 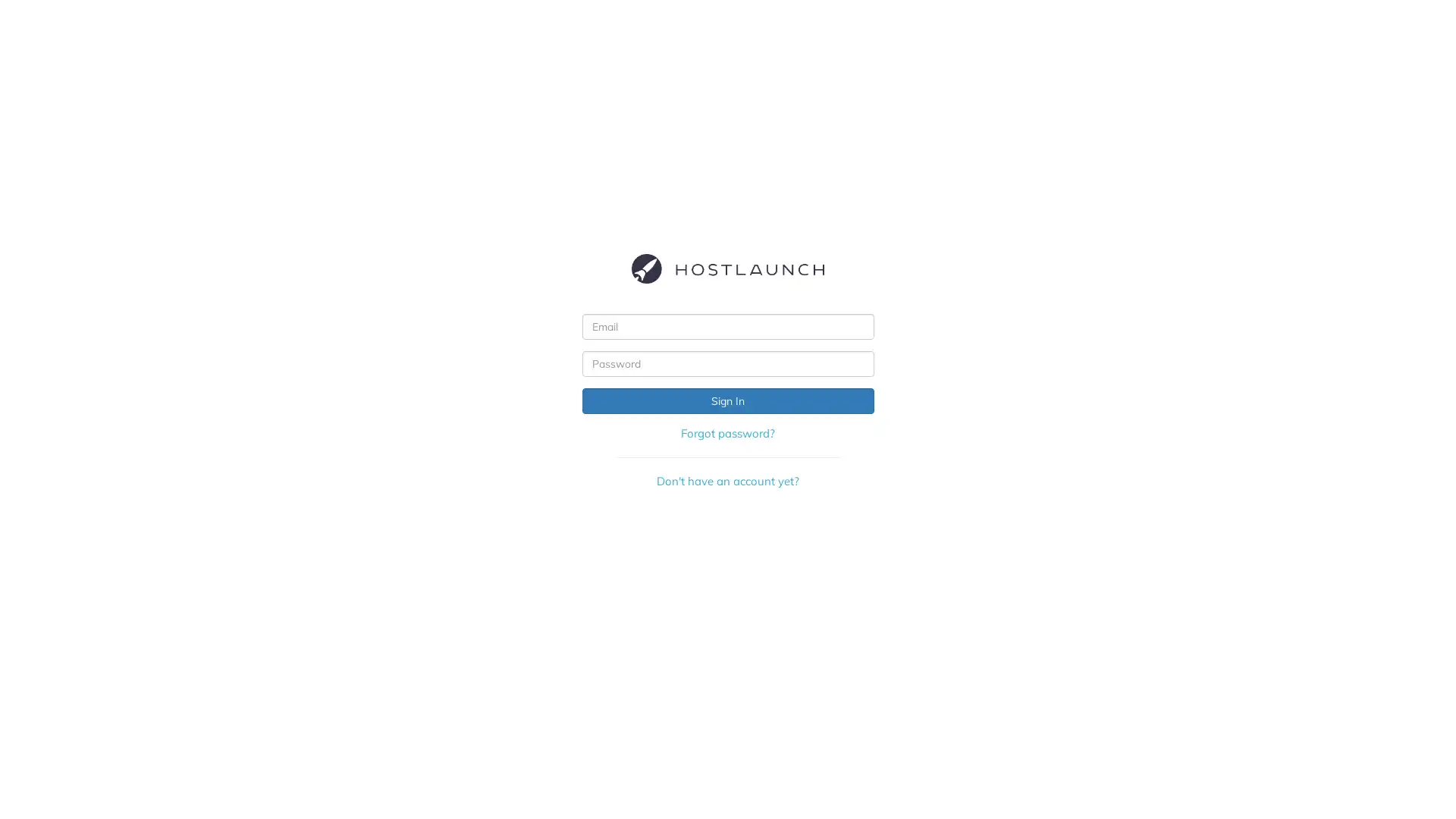 I want to click on Sign In, so click(x=726, y=400).